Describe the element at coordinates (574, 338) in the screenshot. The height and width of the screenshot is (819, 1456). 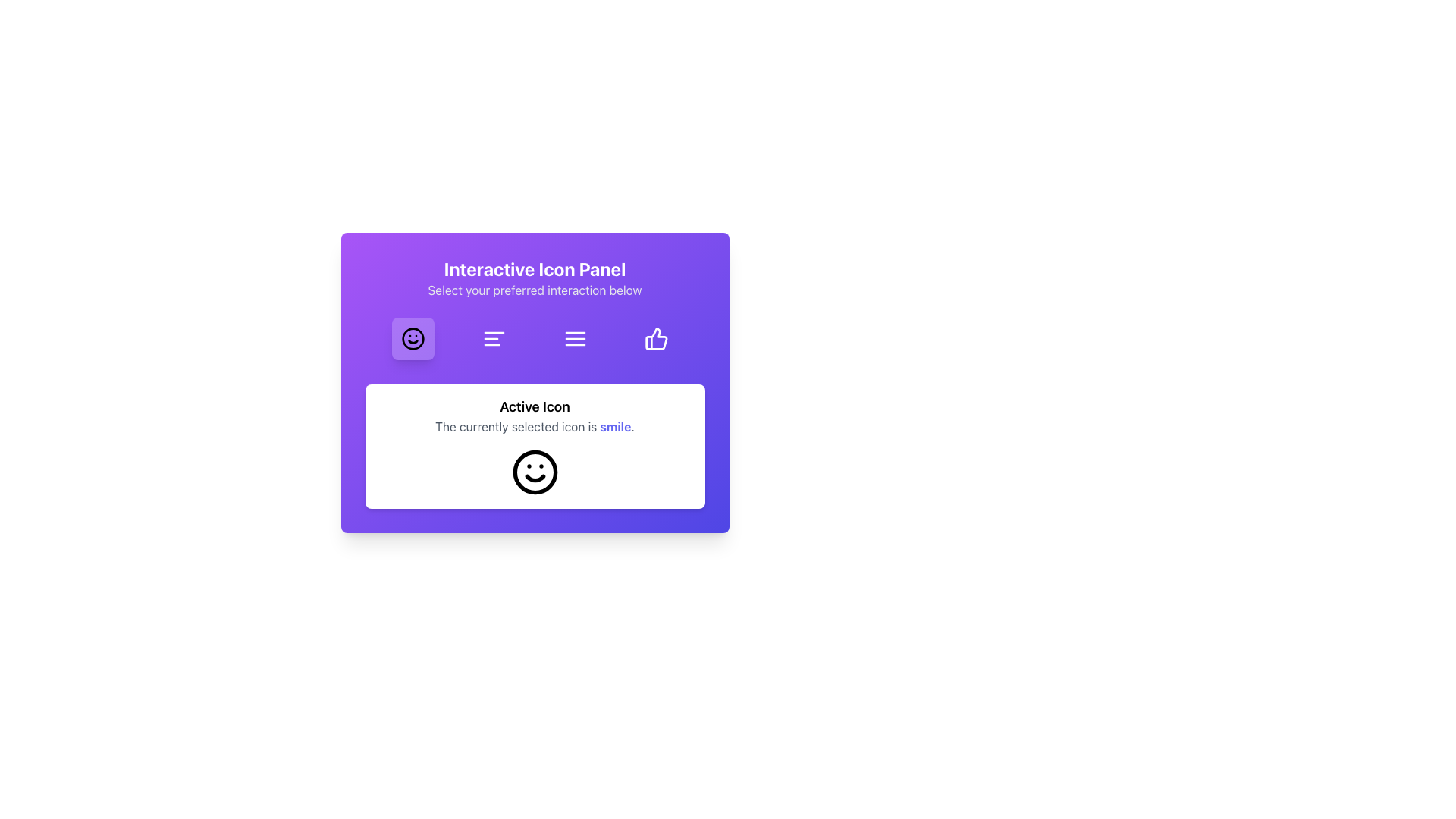
I see `the third button in the group of four buttons below the title 'Interactive Icon Panel'` at that location.